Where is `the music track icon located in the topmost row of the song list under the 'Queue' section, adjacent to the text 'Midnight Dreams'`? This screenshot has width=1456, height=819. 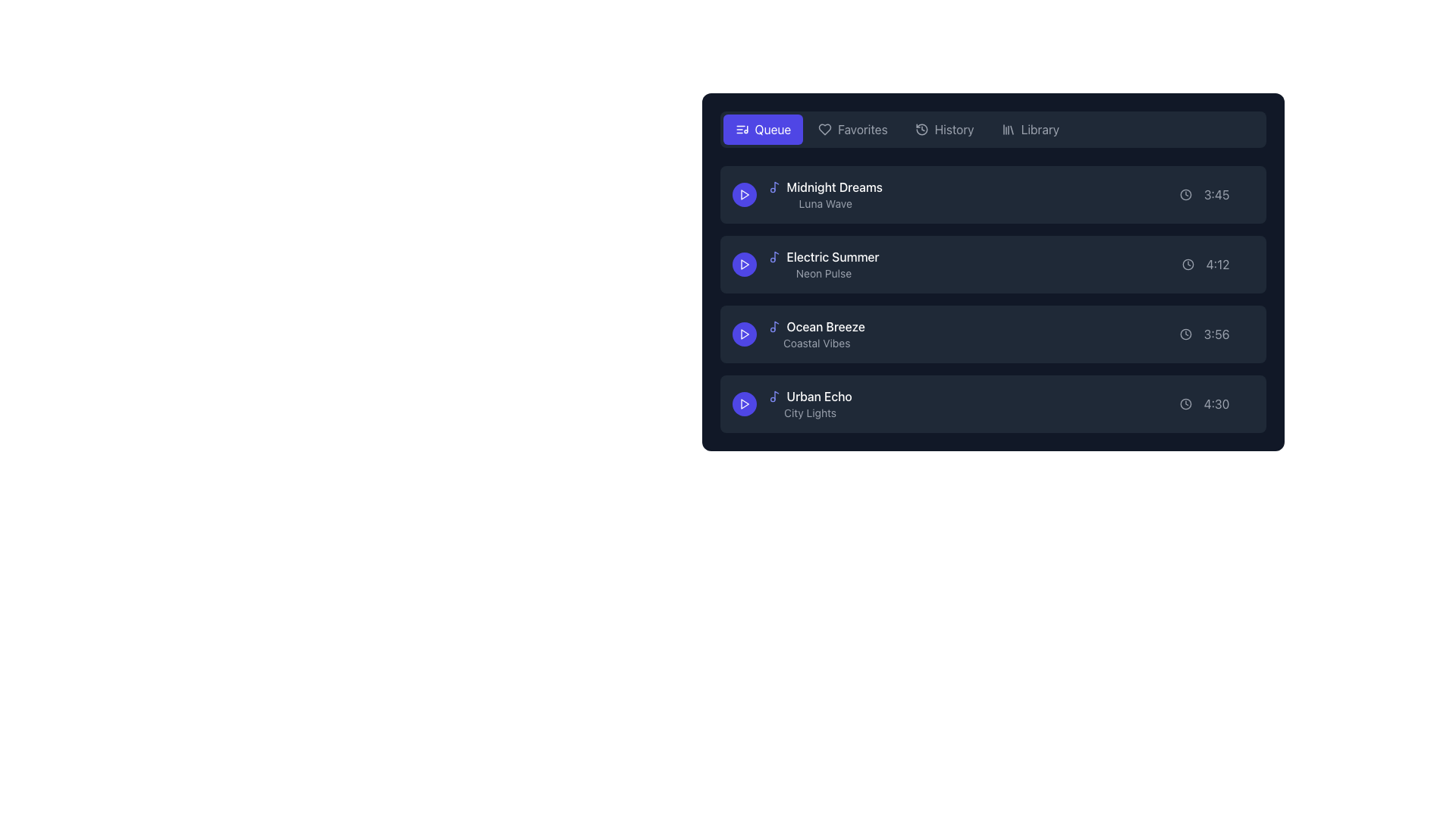 the music track icon located in the topmost row of the song list under the 'Queue' section, adjacent to the text 'Midnight Dreams' is located at coordinates (774, 186).